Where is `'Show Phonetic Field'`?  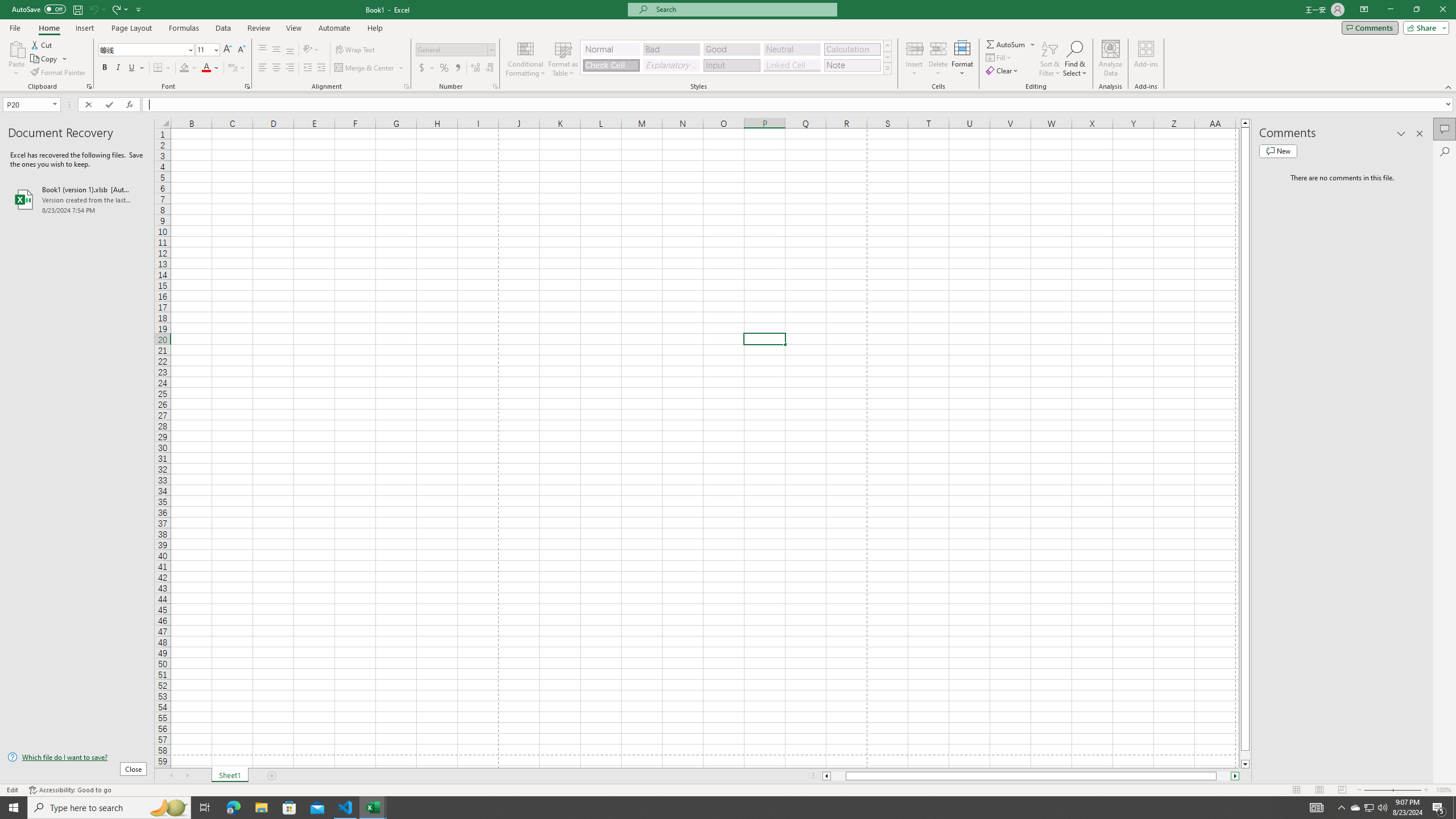 'Show Phonetic Field' is located at coordinates (236, 67).